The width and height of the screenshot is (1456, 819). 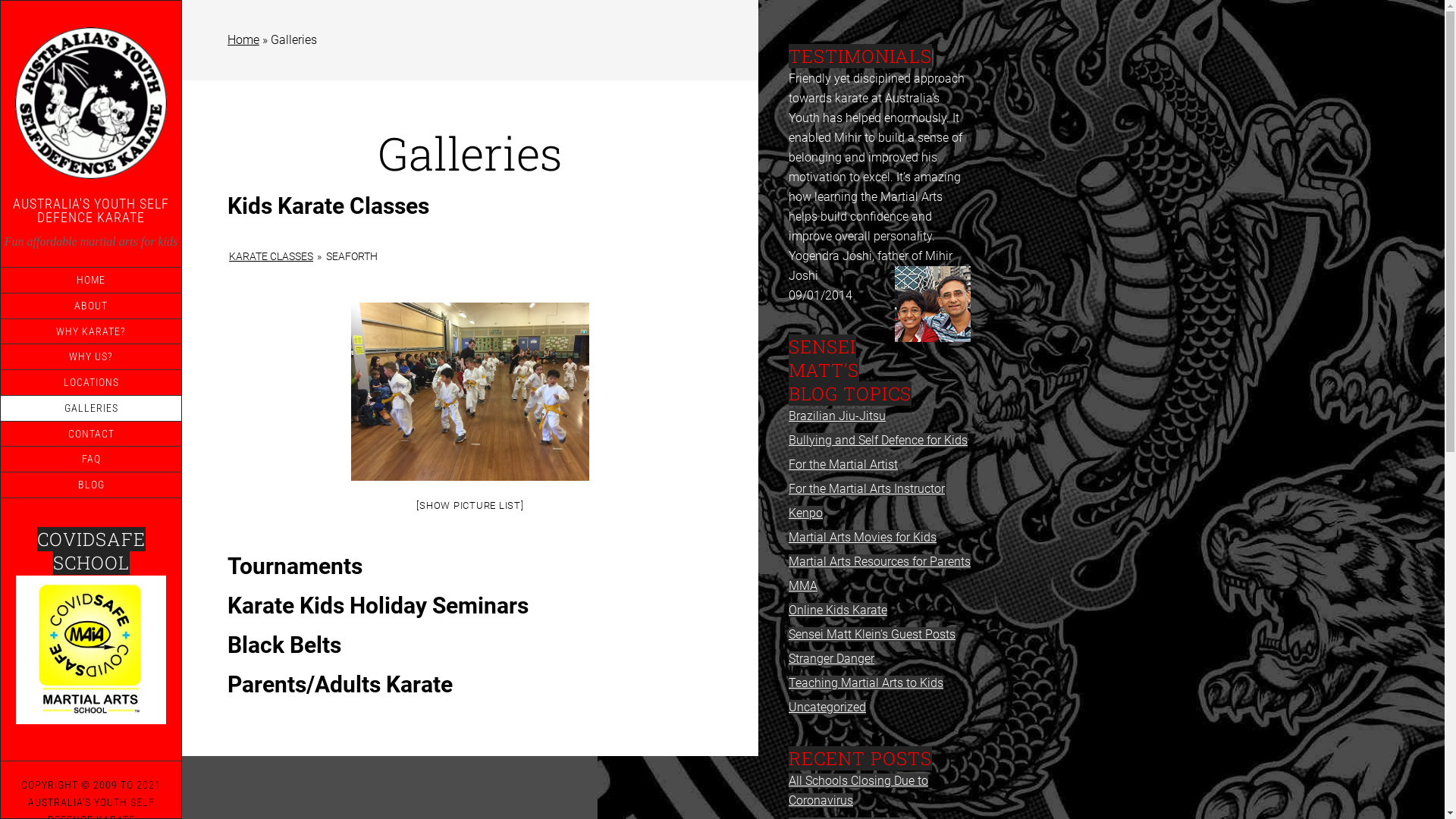 What do you see at coordinates (469, 505) in the screenshot?
I see `'[SHOW PICTURE LIST]'` at bounding box center [469, 505].